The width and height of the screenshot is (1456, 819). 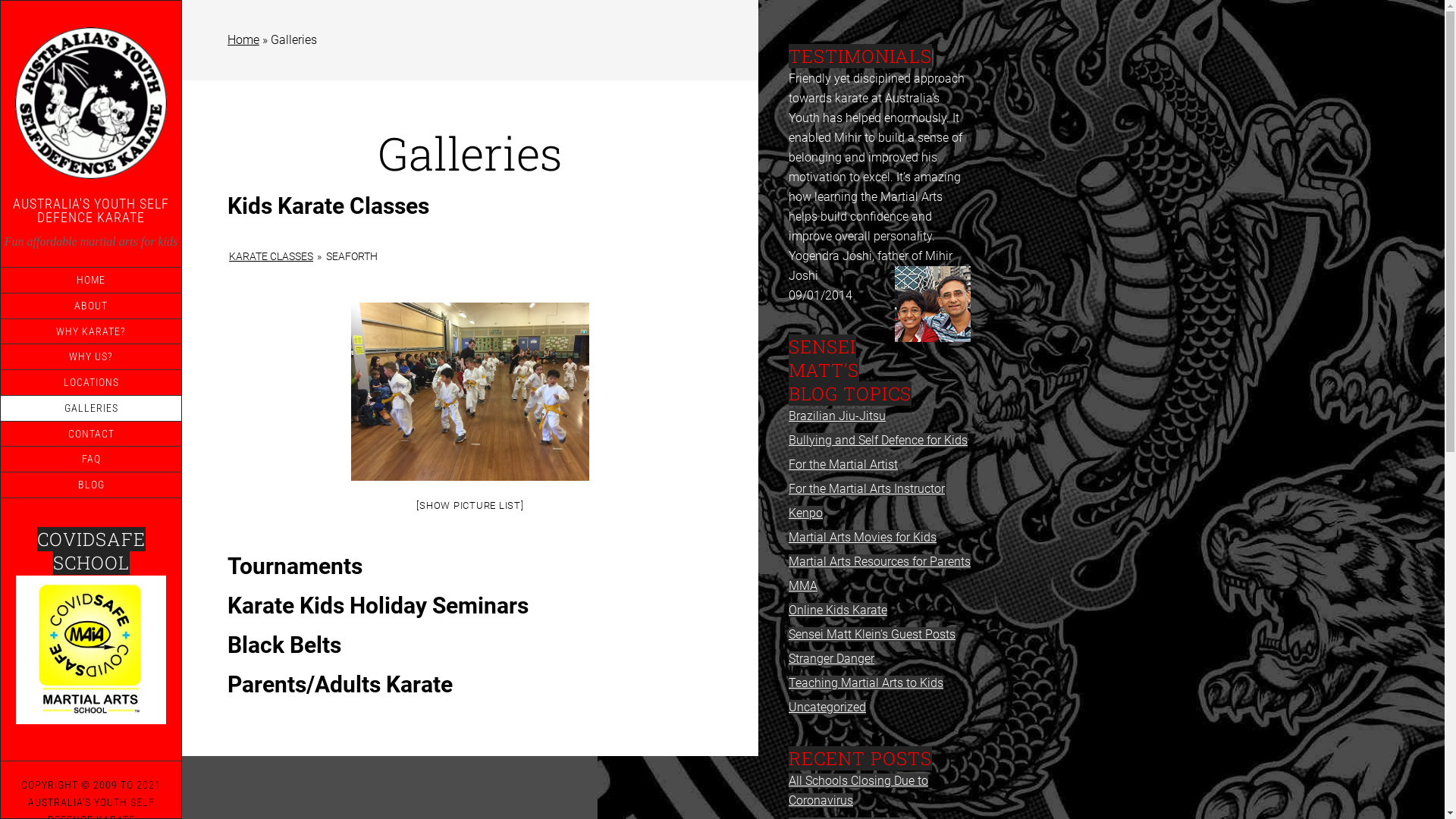 What do you see at coordinates (469, 505) in the screenshot?
I see `'[SHOW PICTURE LIST]'` at bounding box center [469, 505].